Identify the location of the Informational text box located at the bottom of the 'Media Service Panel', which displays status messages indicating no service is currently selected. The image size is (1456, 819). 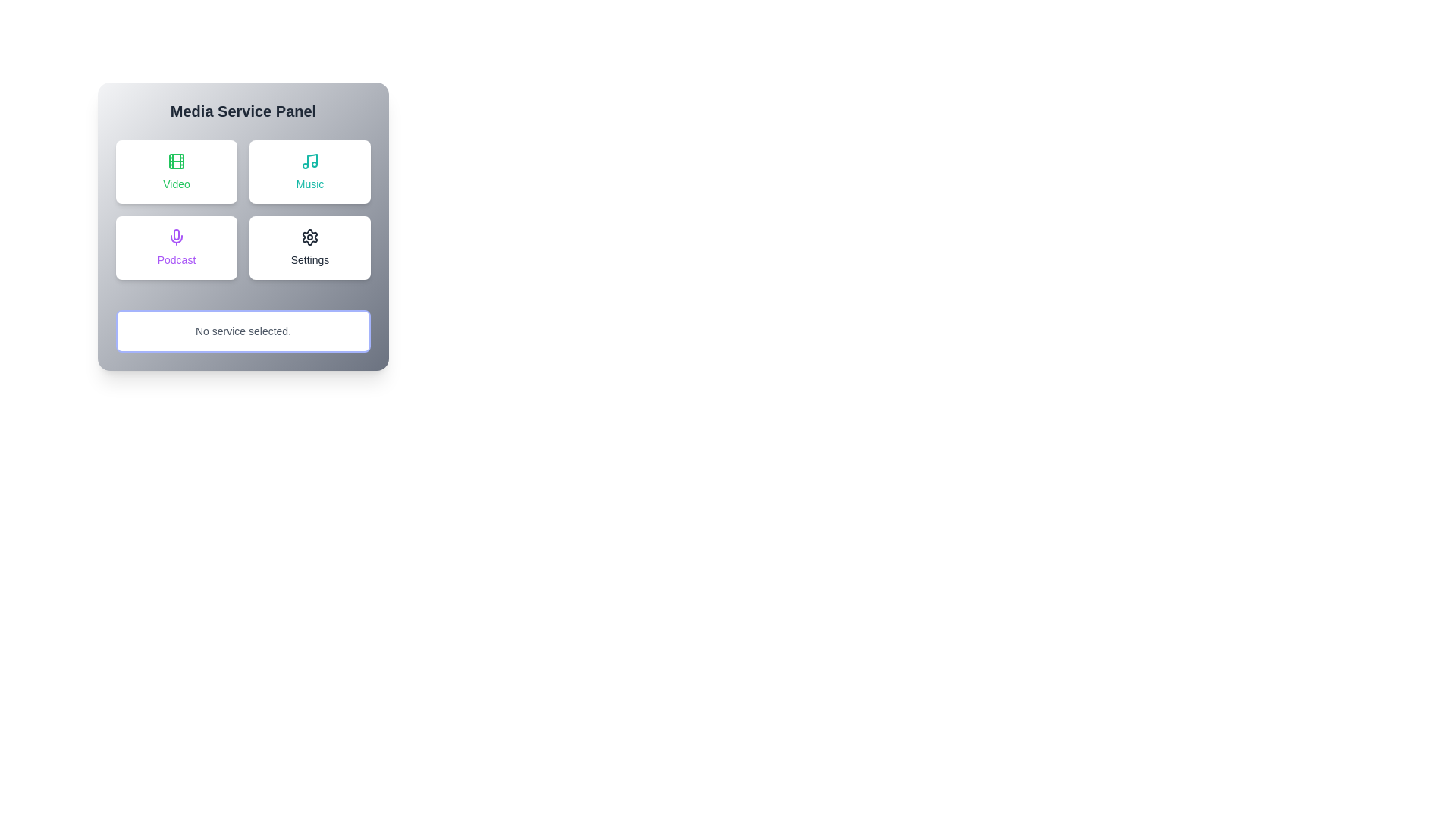
(243, 330).